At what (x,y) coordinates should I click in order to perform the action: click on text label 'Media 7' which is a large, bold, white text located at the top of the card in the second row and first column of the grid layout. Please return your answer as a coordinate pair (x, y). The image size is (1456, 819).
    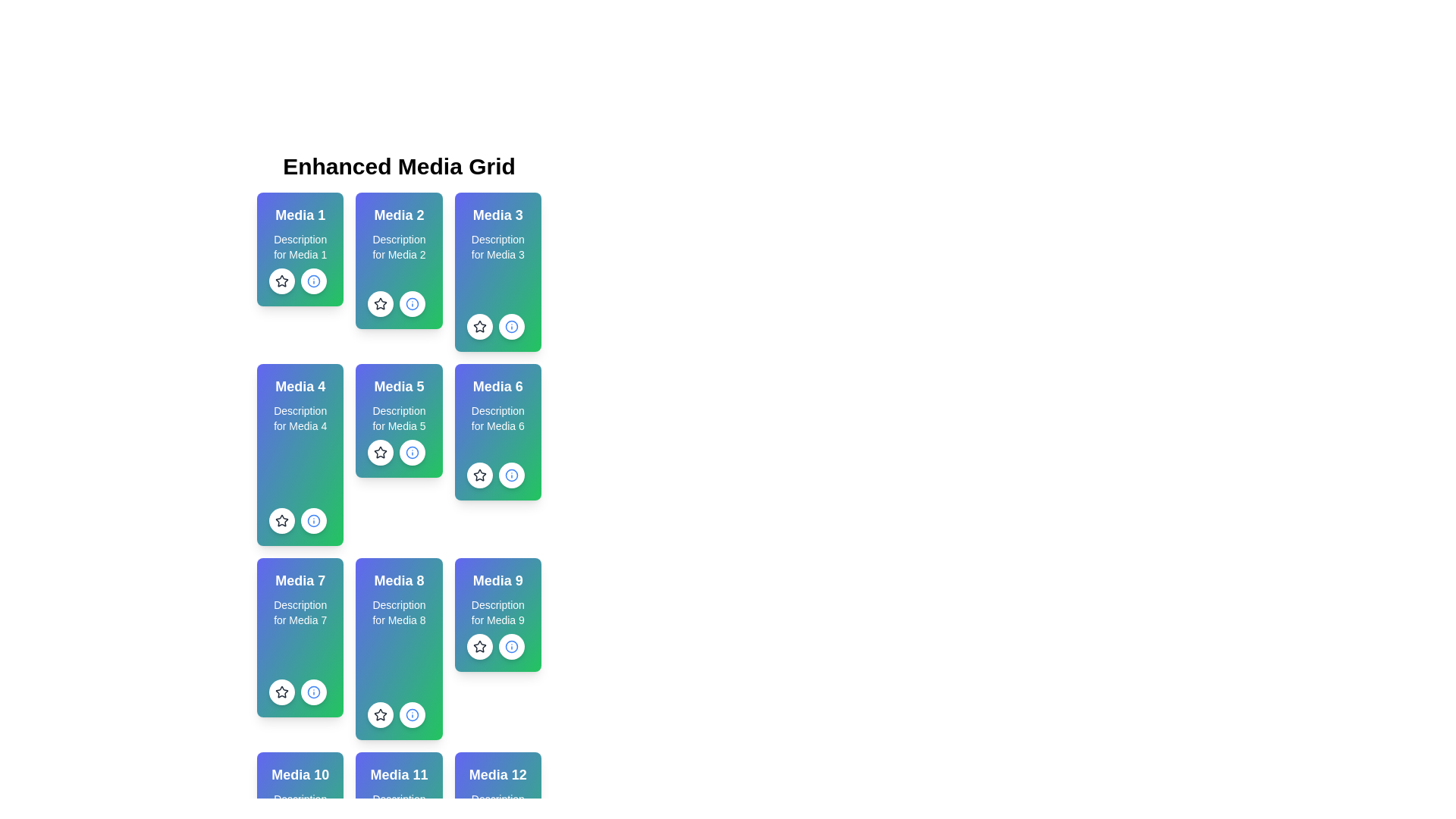
    Looking at the image, I should click on (300, 580).